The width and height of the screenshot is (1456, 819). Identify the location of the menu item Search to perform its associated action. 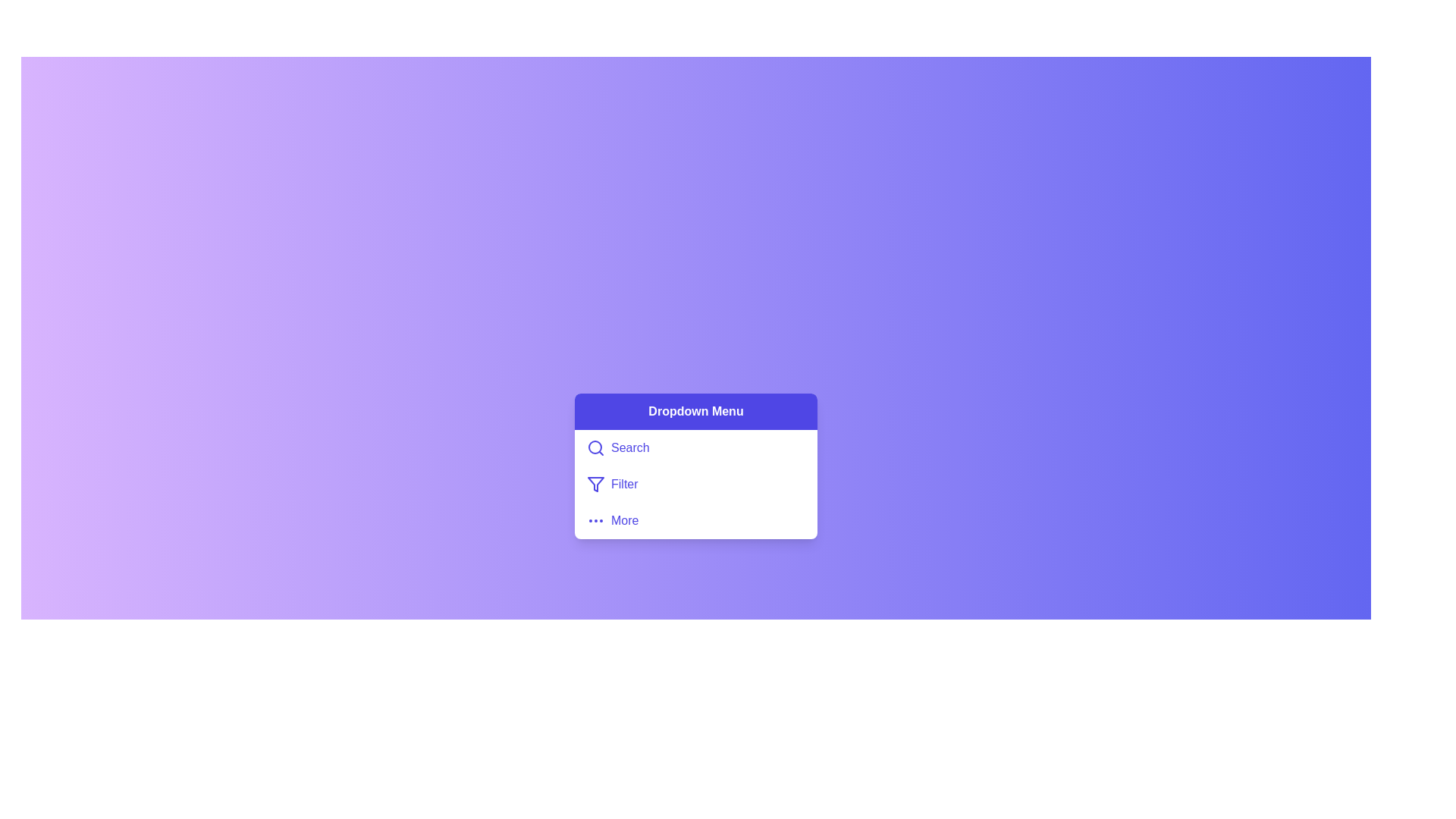
(695, 447).